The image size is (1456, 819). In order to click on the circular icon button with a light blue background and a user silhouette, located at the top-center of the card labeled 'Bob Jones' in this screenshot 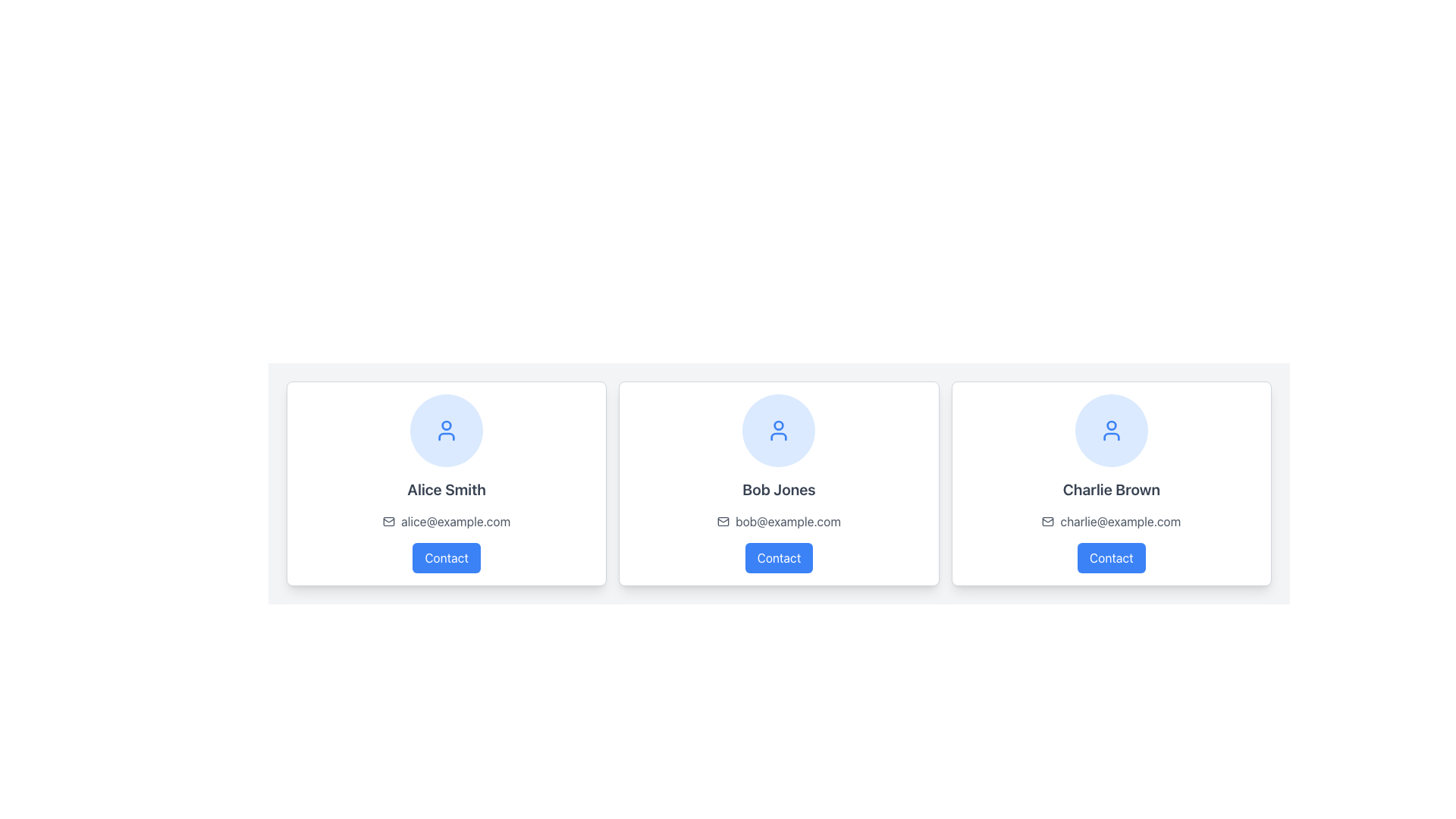, I will do `click(779, 430)`.